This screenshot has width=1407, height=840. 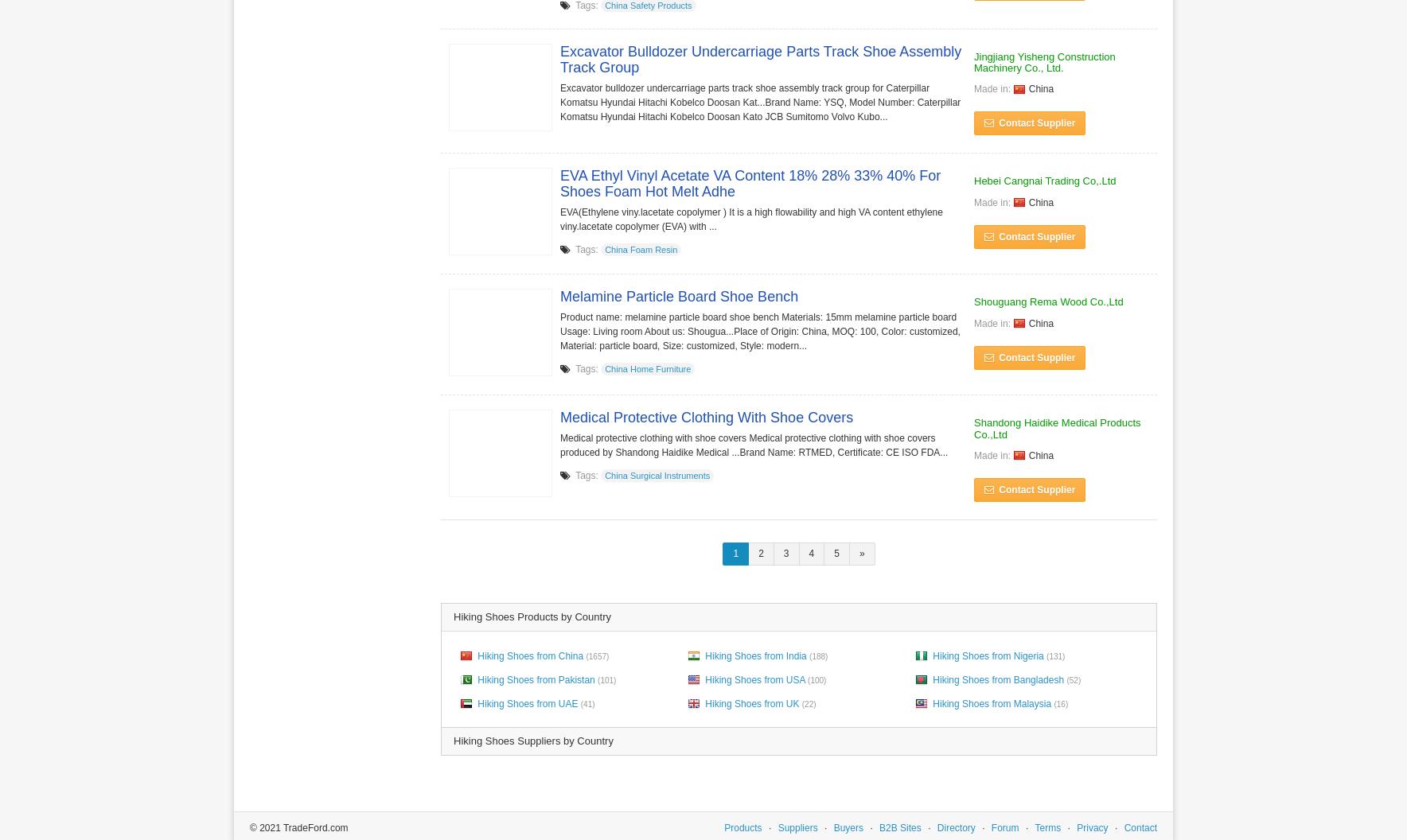 What do you see at coordinates (992, 702) in the screenshot?
I see `'Hiking Shoes from Malaysia'` at bounding box center [992, 702].